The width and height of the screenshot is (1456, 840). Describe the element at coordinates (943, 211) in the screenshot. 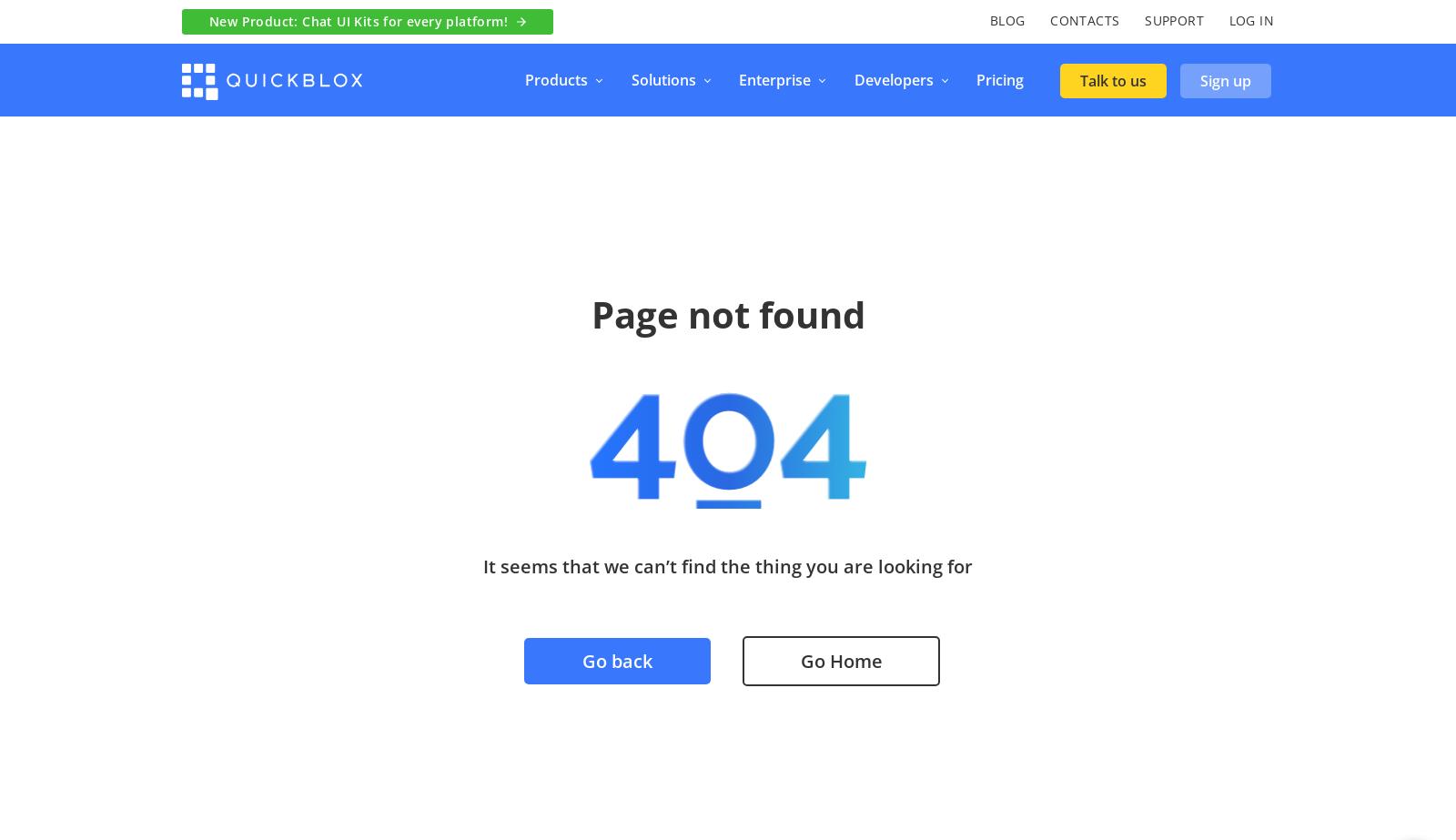

I see `'Communication Tools'` at that location.